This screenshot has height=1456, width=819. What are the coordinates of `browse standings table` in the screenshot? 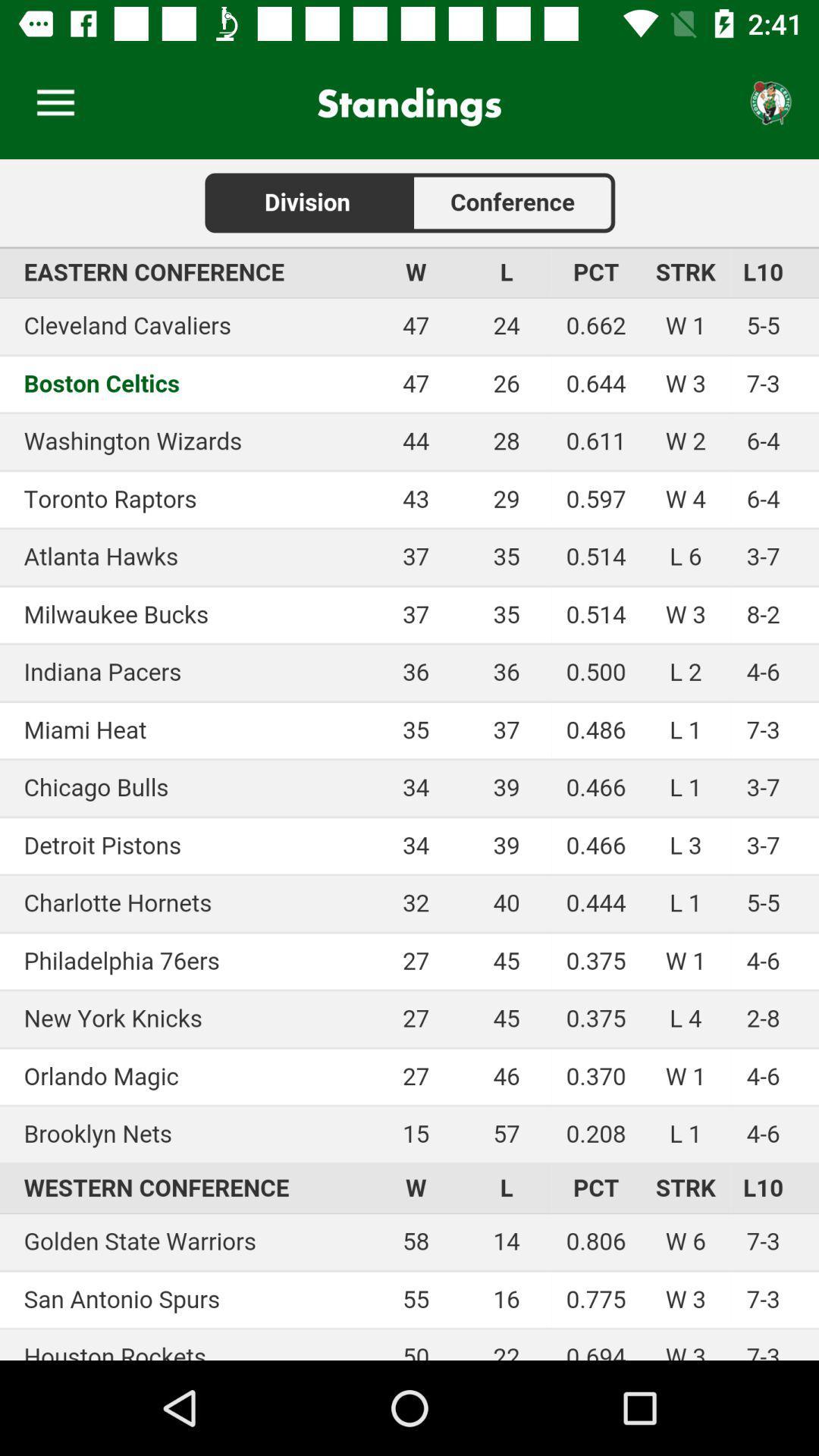 It's located at (409, 760).